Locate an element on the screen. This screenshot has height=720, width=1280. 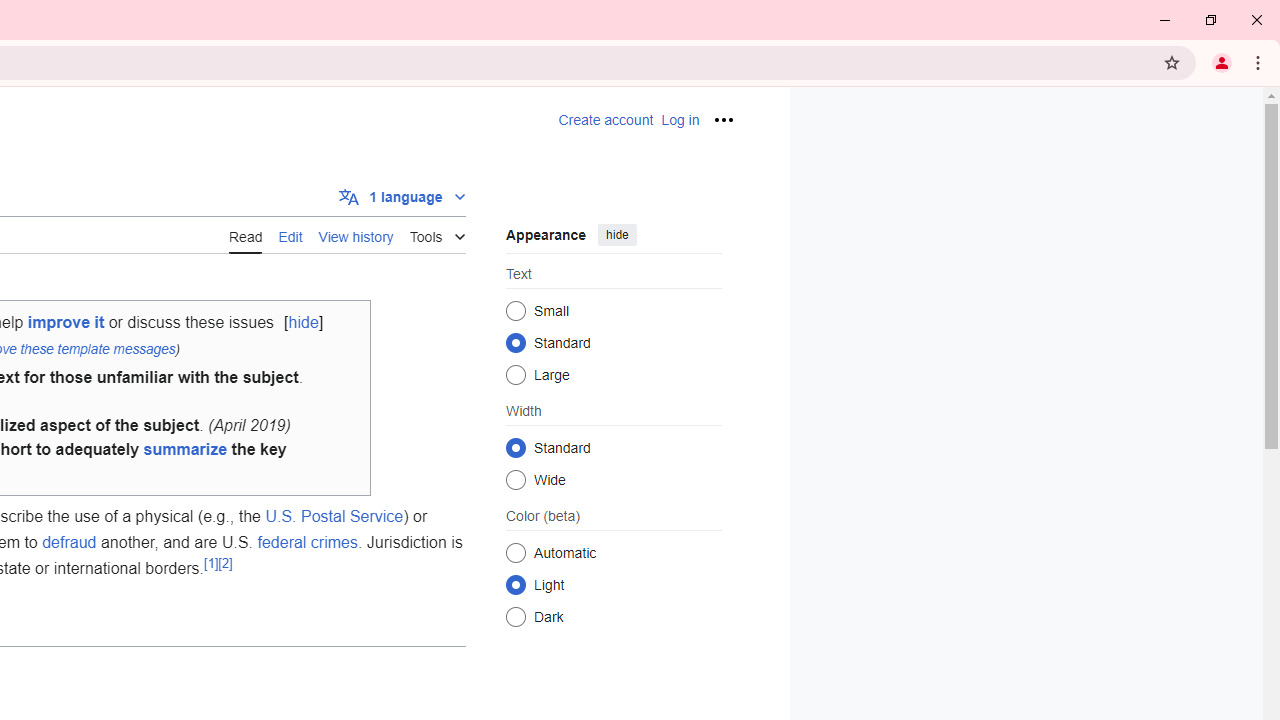
'Personal tools' is located at coordinates (722, 119).